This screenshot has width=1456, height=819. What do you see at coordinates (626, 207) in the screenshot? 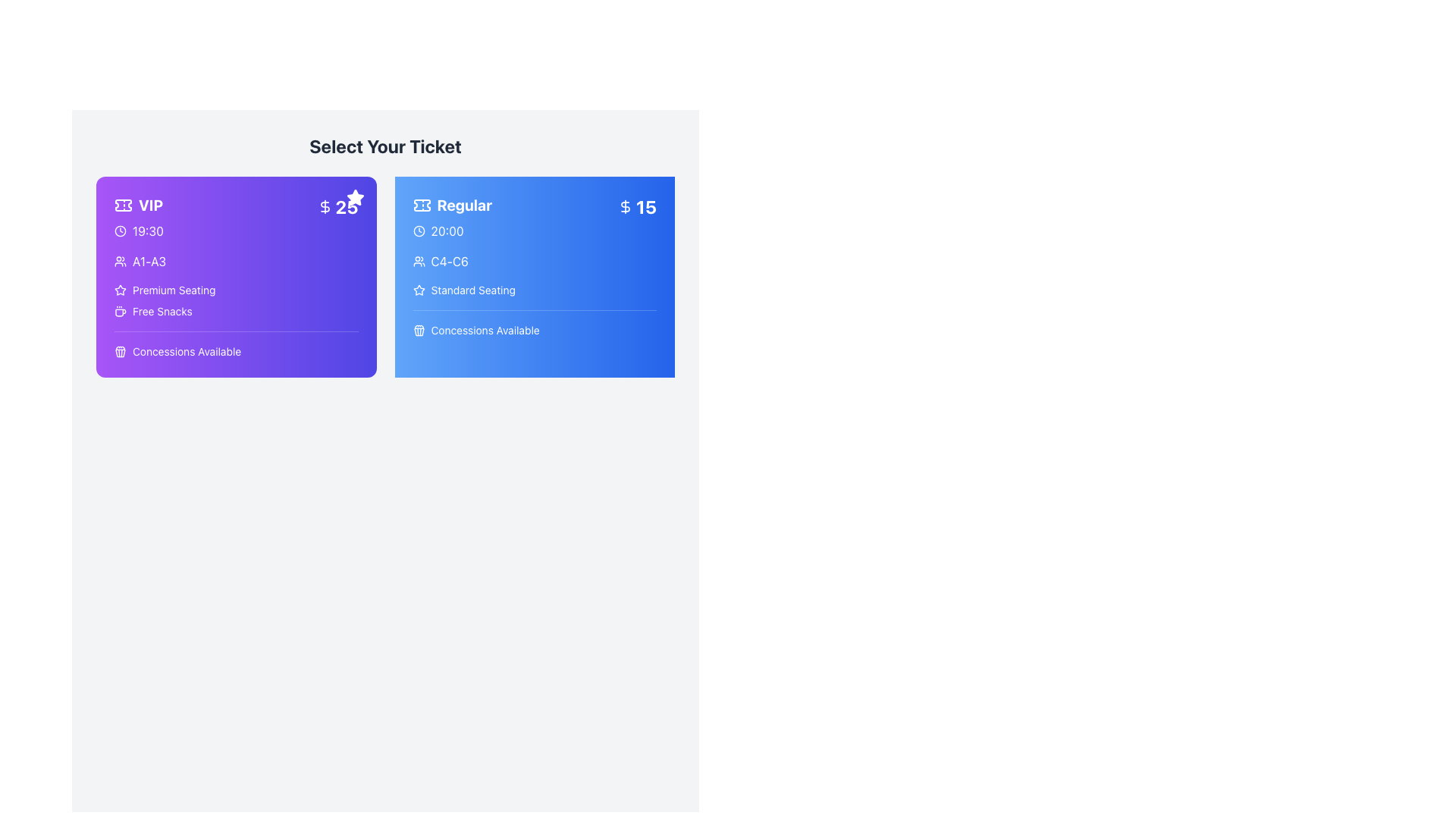
I see `the pricing icon located at the top-right section of the blue 'Regular' ticket card, positioned immediately to the left of the '15' label` at bounding box center [626, 207].